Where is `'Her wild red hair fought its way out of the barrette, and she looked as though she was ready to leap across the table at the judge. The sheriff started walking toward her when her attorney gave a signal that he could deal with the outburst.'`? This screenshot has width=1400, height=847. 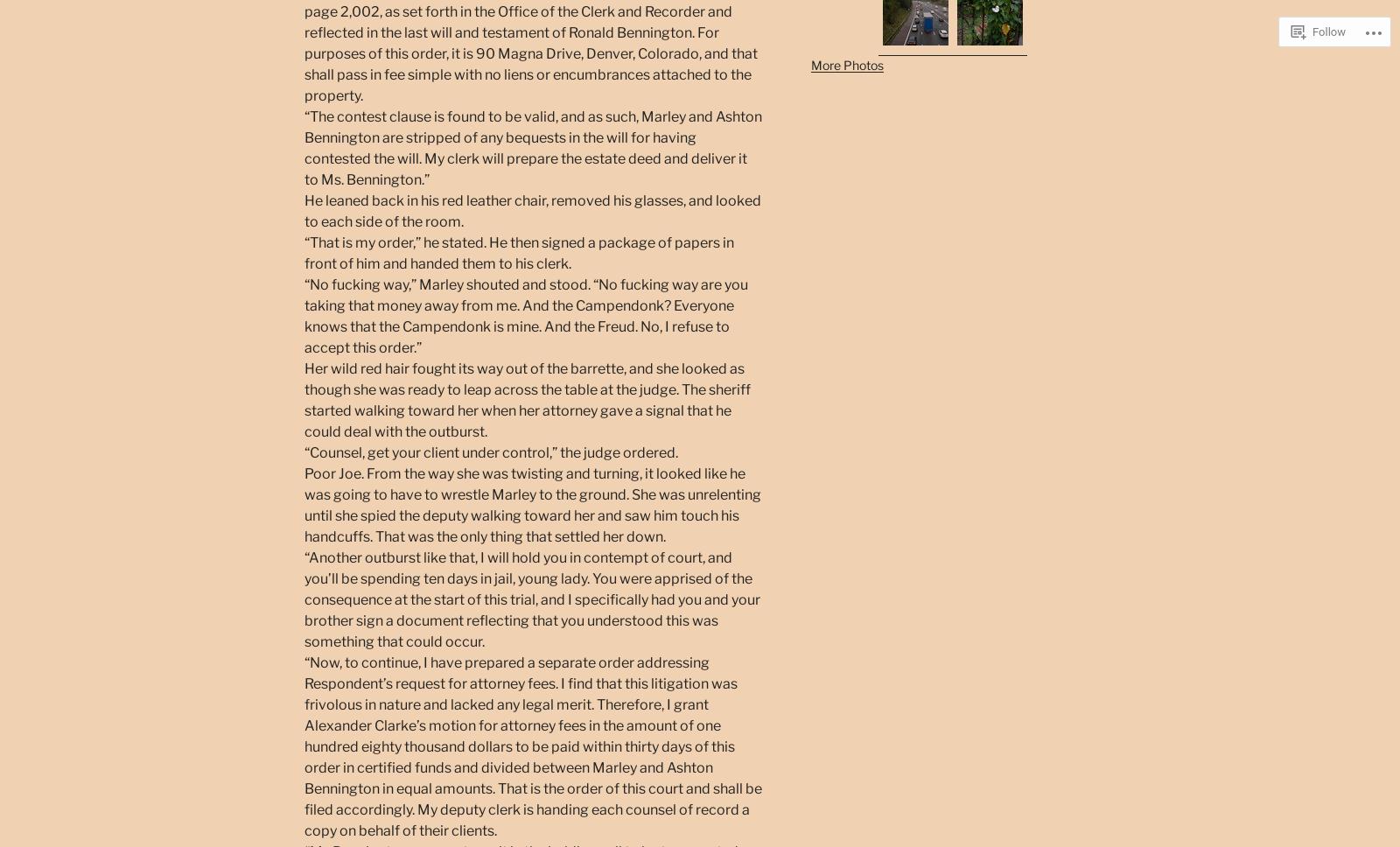
'Her wild red hair fought its way out of the barrette, and she looked as though she was ready to leap across the table at the judge. The sheriff started walking toward her when her attorney gave a signal that he could deal with the outburst.' is located at coordinates (528, 398).